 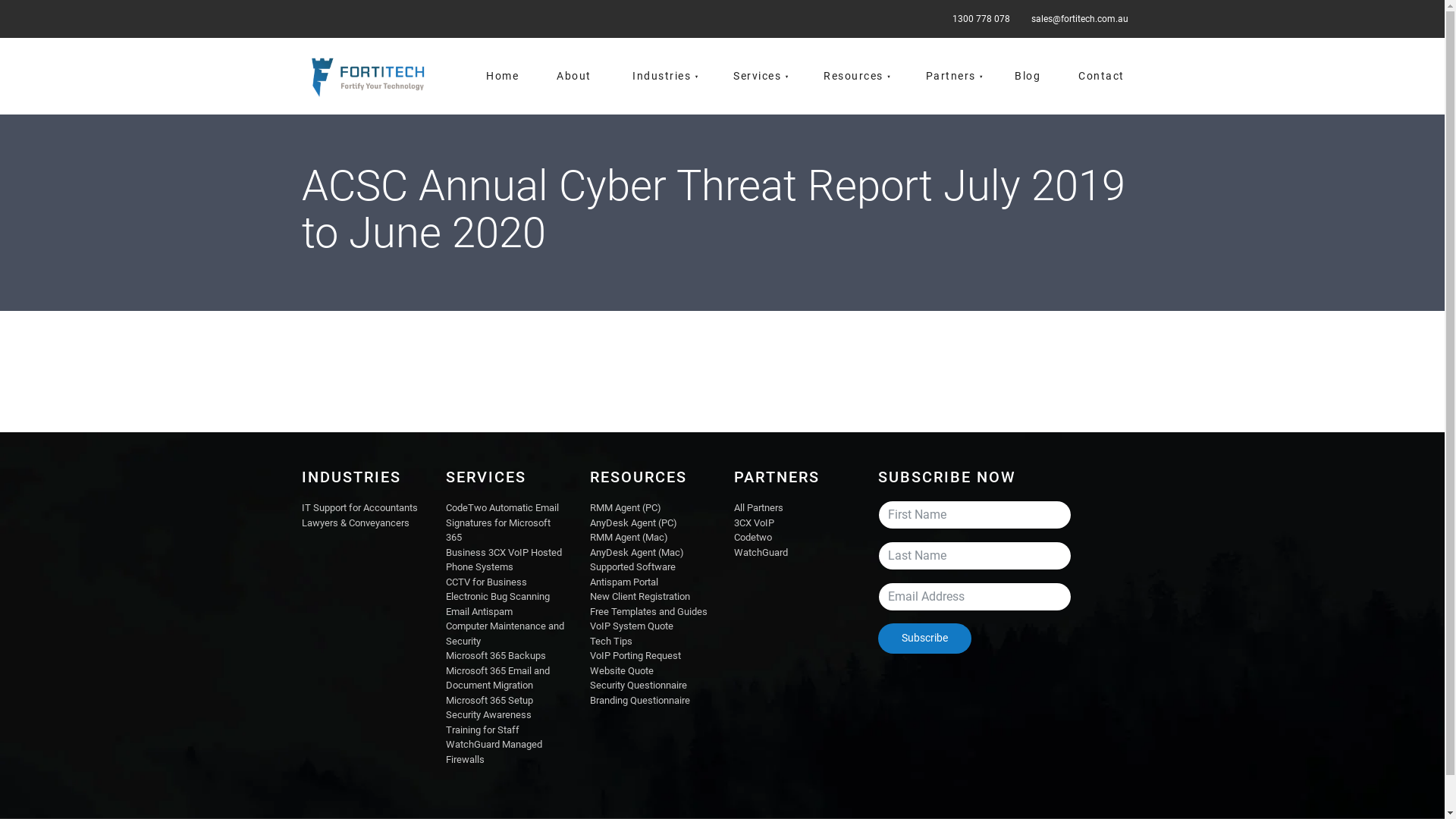 What do you see at coordinates (761, 552) in the screenshot?
I see `'WatchGuard'` at bounding box center [761, 552].